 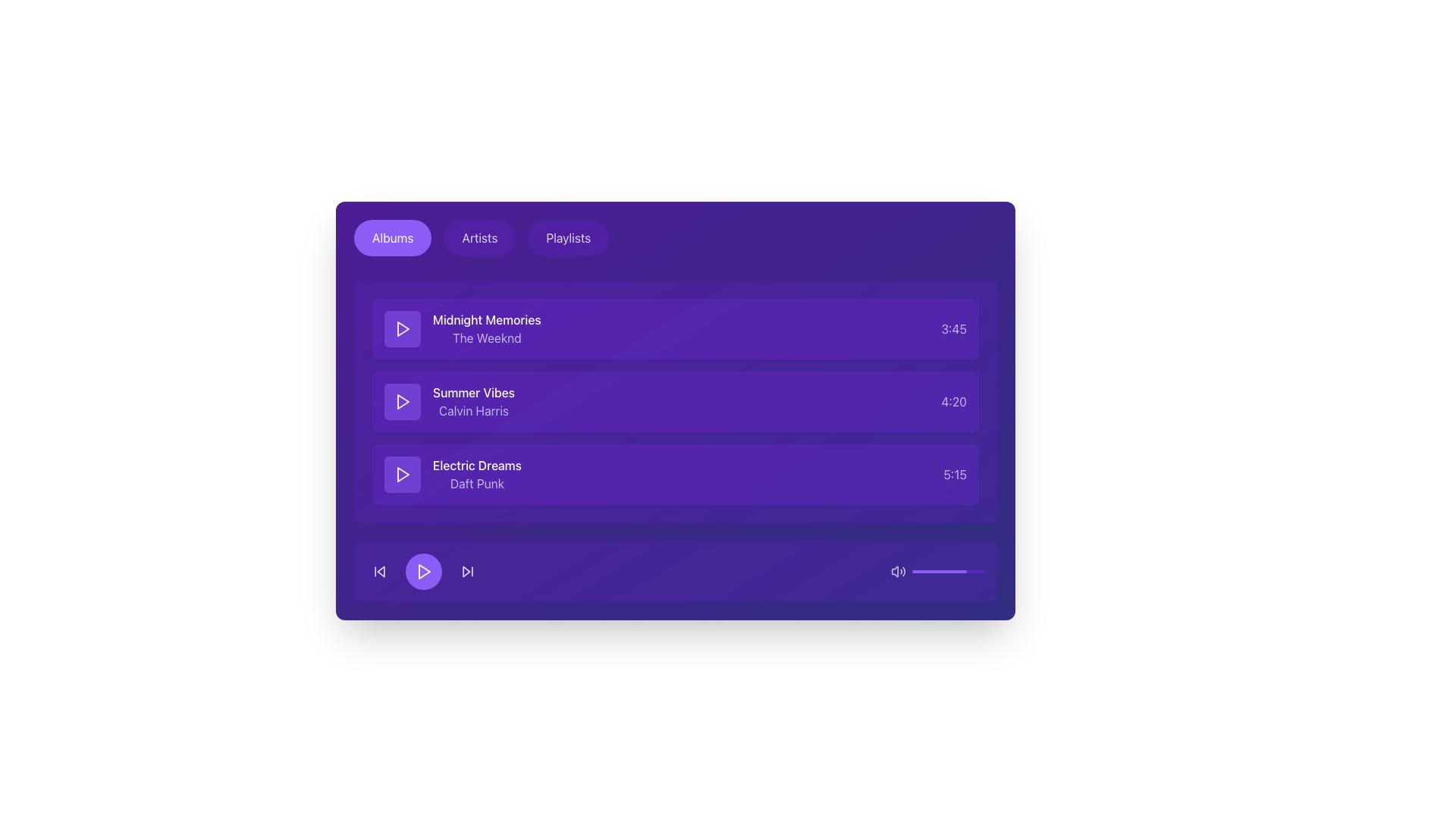 What do you see at coordinates (962, 571) in the screenshot?
I see `the volume level` at bounding box center [962, 571].